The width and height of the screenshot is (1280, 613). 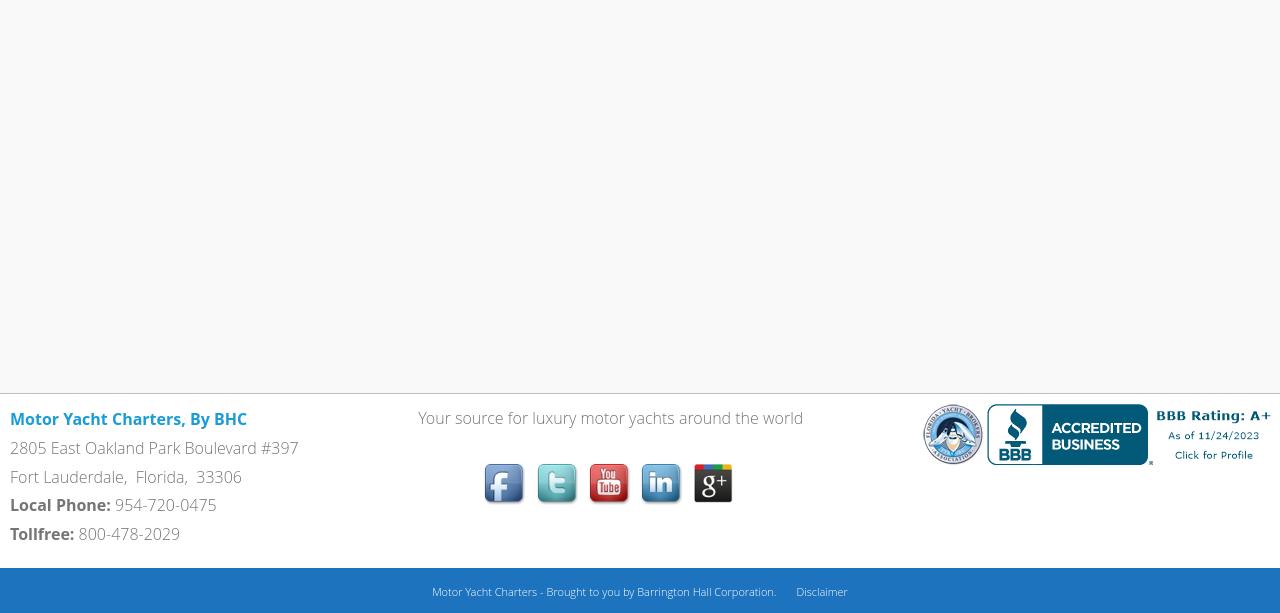 I want to click on 'Fort Lauderdale', so click(x=66, y=475).